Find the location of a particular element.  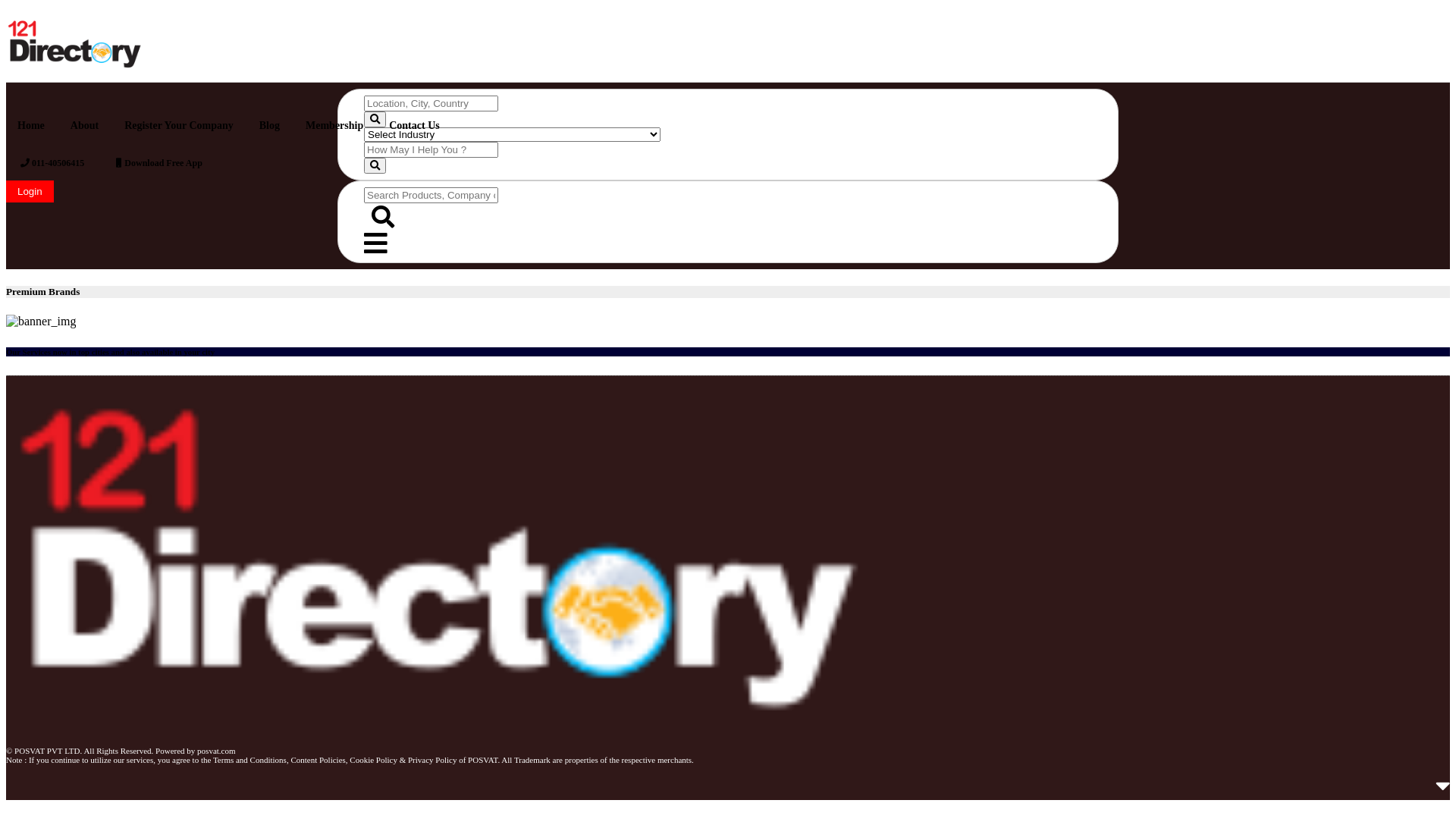

'Contact Us' is located at coordinates (414, 124).